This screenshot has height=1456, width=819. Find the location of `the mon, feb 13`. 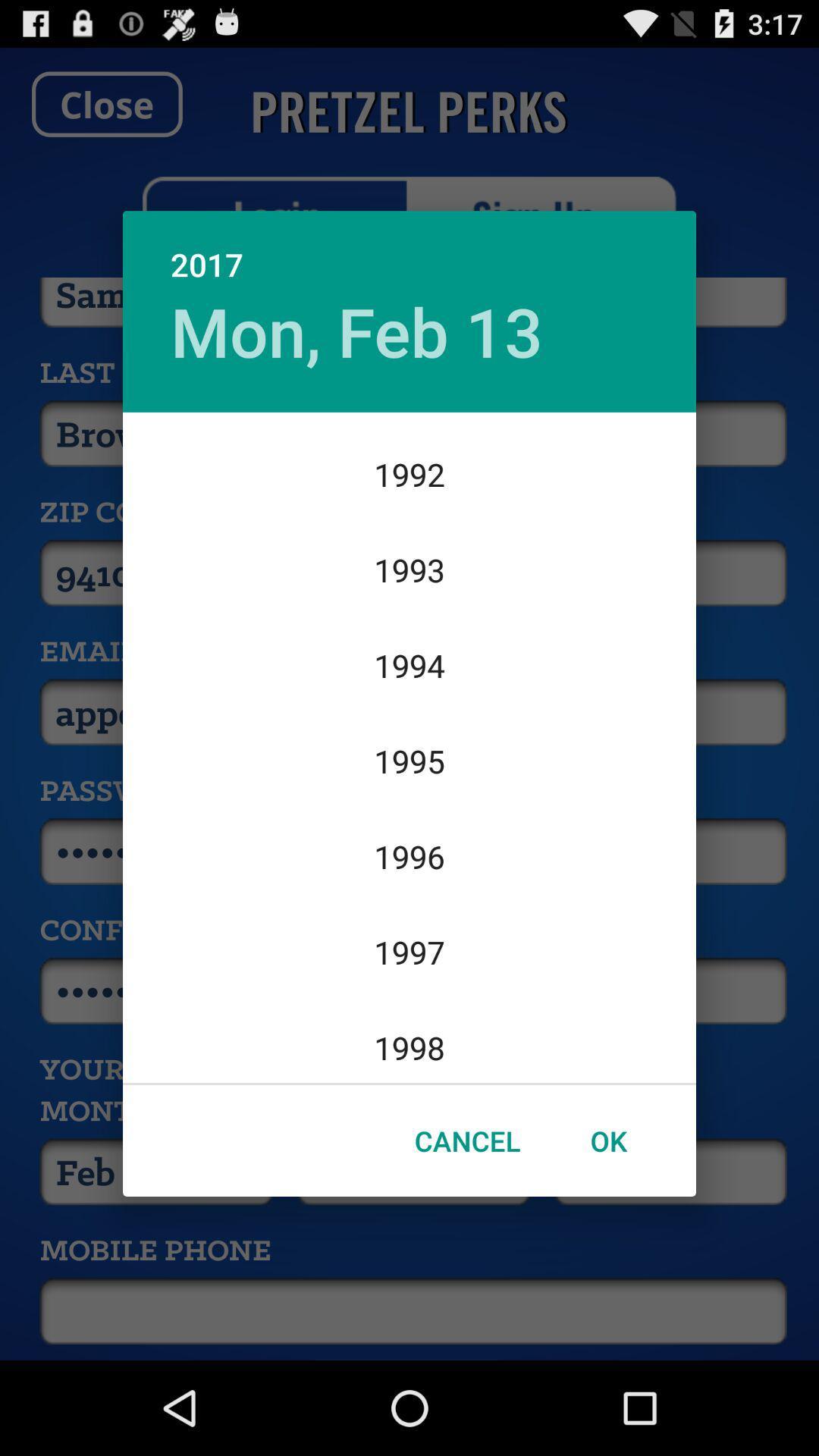

the mon, feb 13 is located at coordinates (356, 330).